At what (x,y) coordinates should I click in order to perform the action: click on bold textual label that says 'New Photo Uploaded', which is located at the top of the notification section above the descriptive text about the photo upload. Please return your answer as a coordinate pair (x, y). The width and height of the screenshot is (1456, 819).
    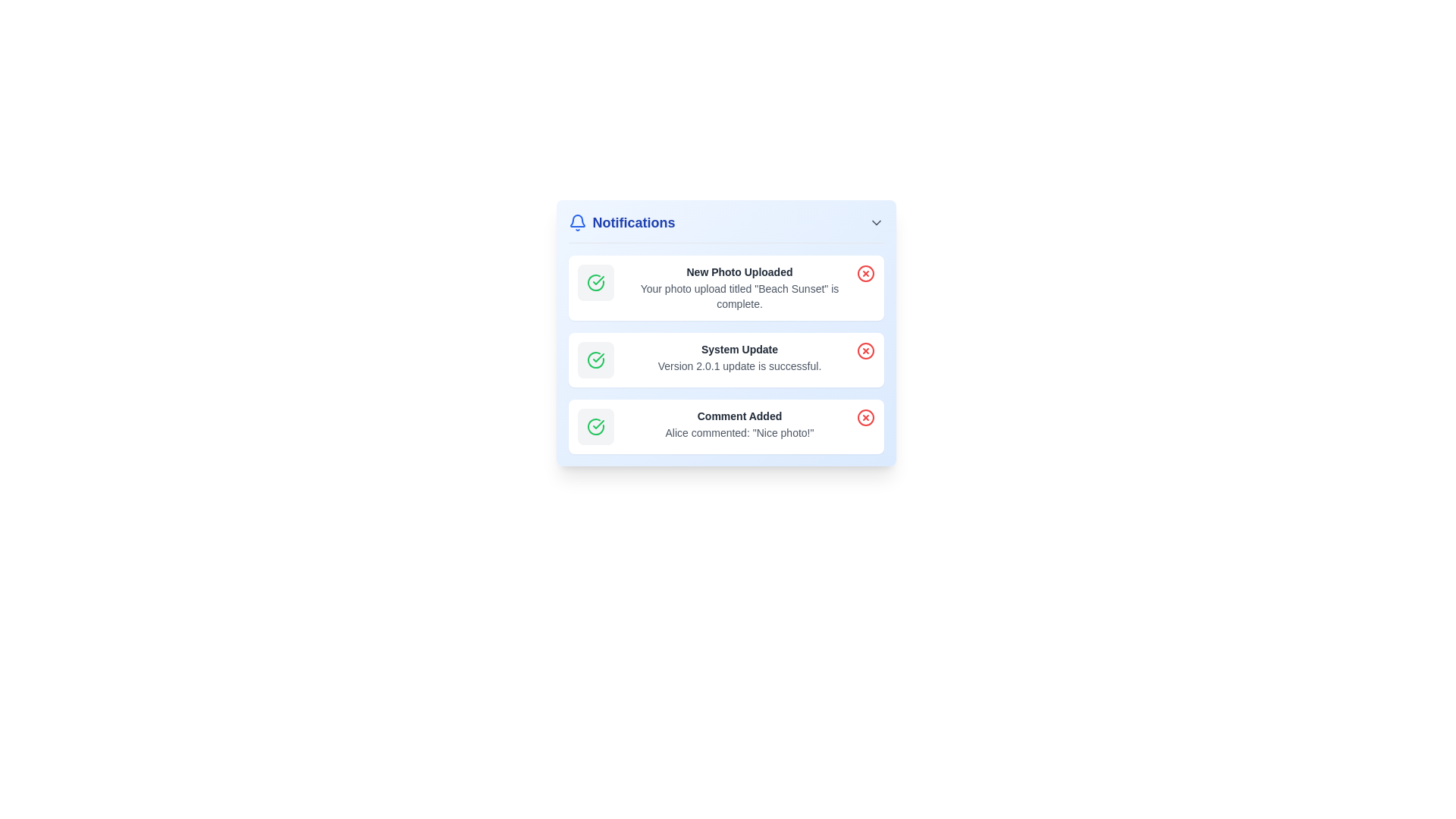
    Looking at the image, I should click on (739, 271).